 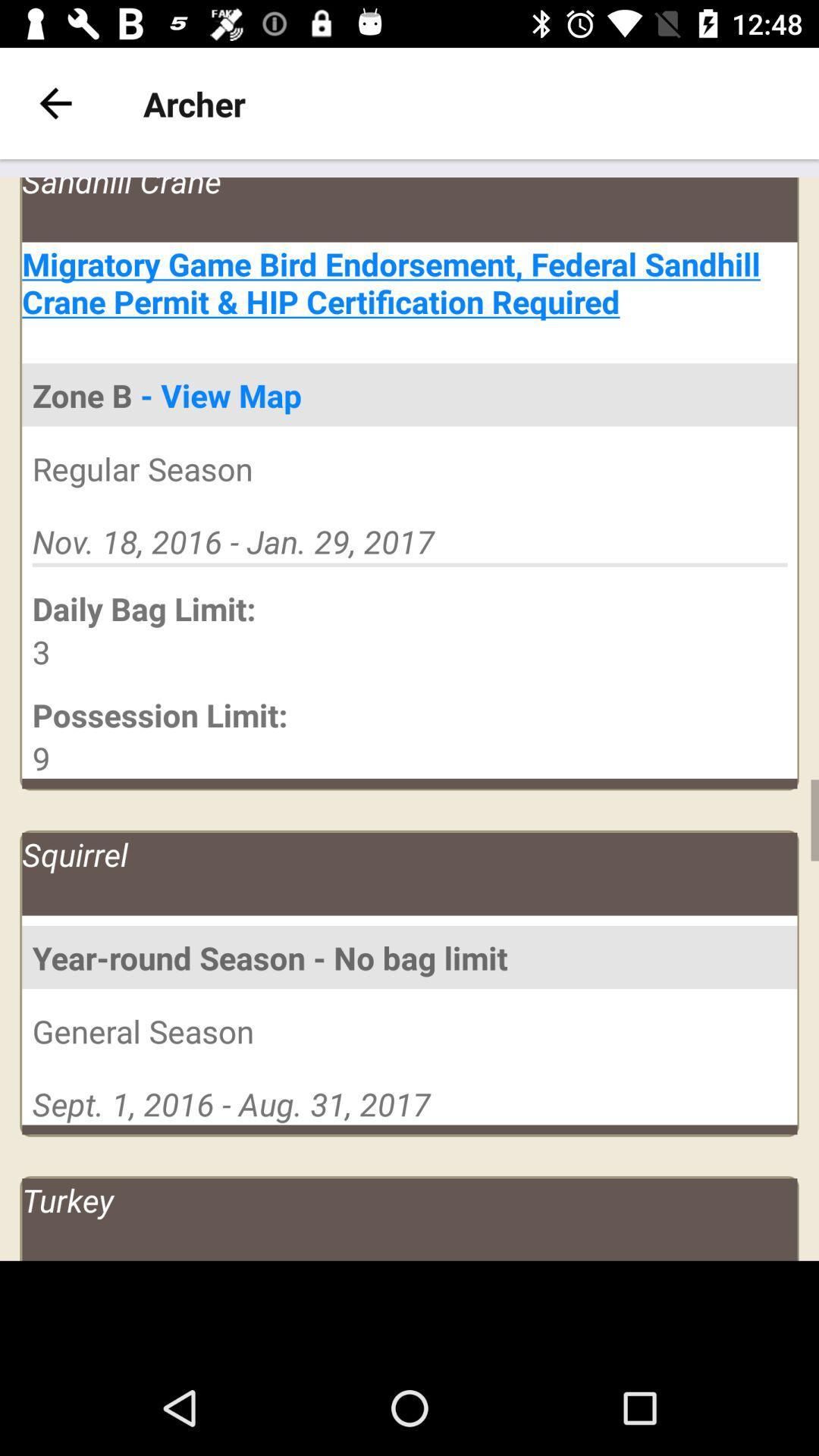 What do you see at coordinates (55, 102) in the screenshot?
I see `back button which is on the top left side of page` at bounding box center [55, 102].